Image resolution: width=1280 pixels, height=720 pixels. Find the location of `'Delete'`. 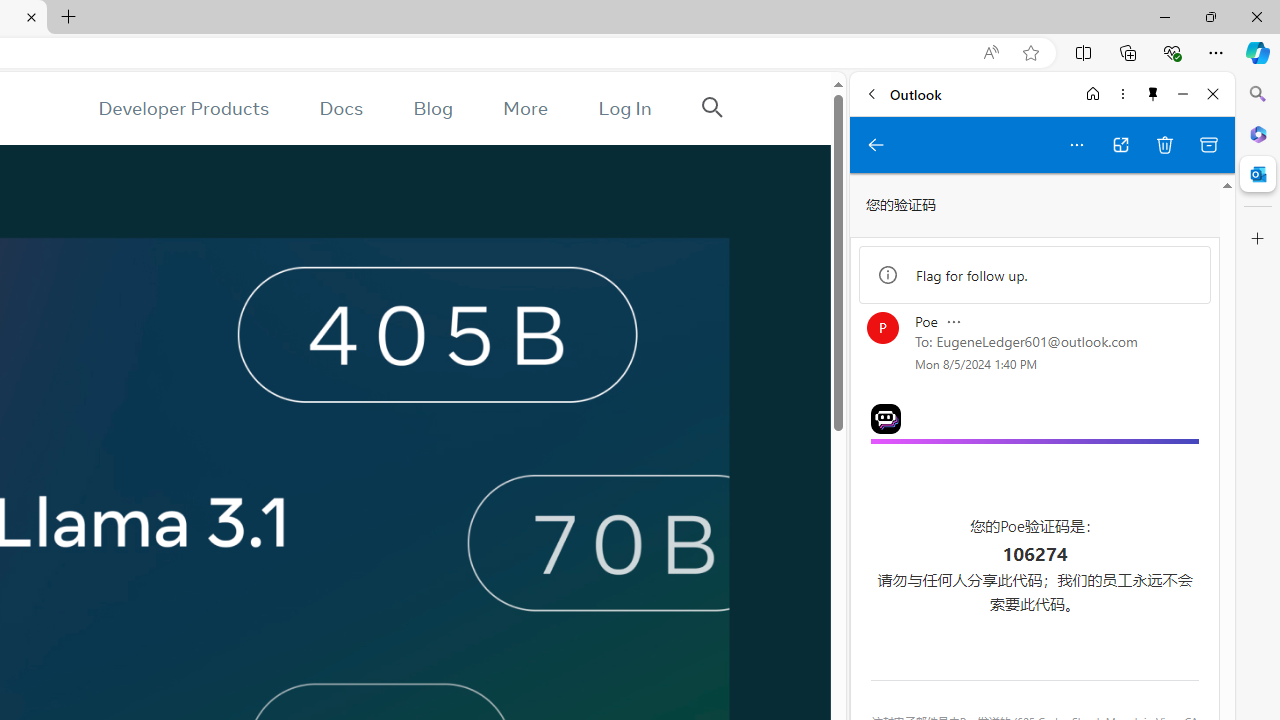

'Delete' is located at coordinates (1165, 144).